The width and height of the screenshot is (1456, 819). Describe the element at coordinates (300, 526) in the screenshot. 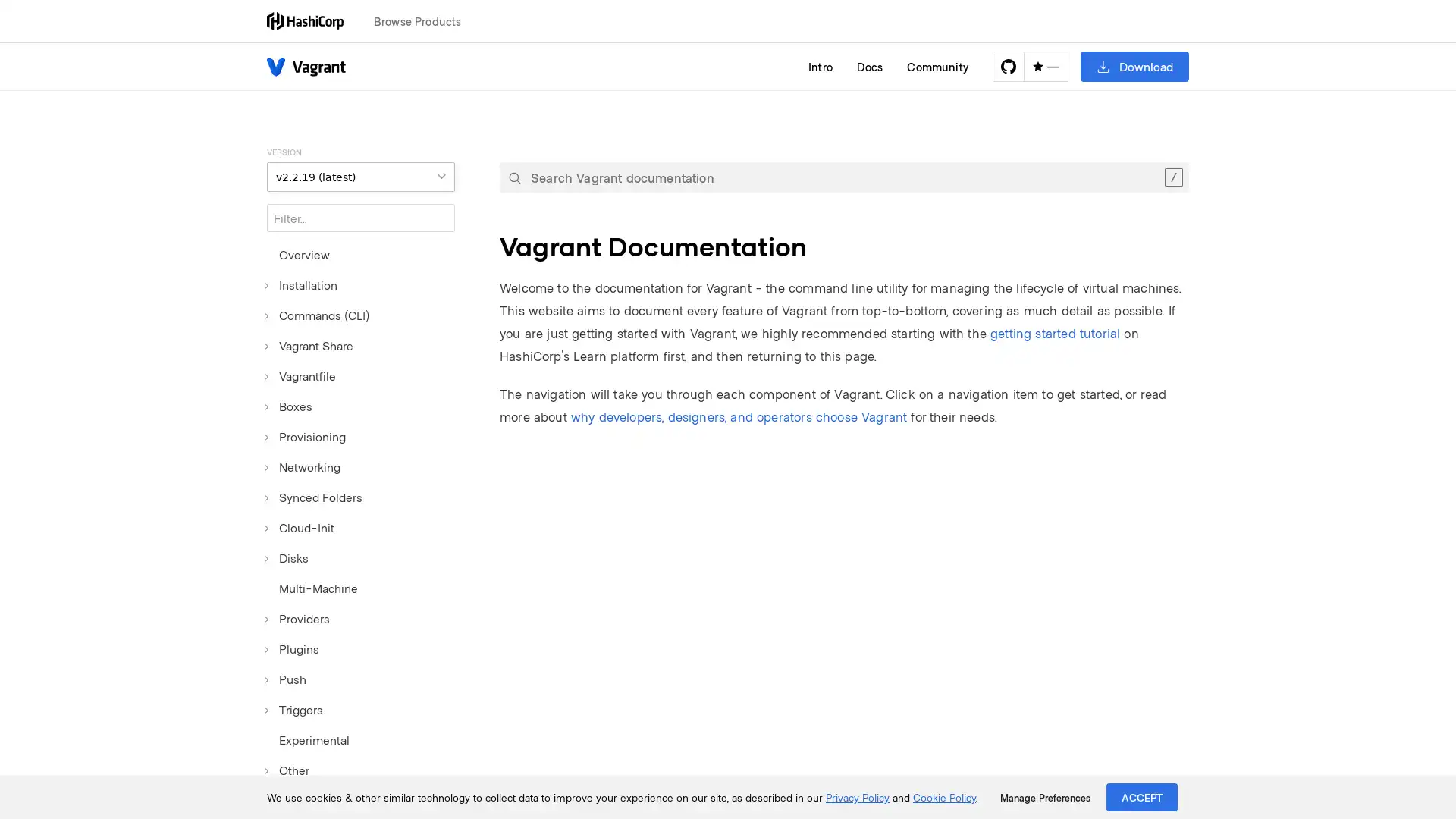

I see `Cloud-Init` at that location.